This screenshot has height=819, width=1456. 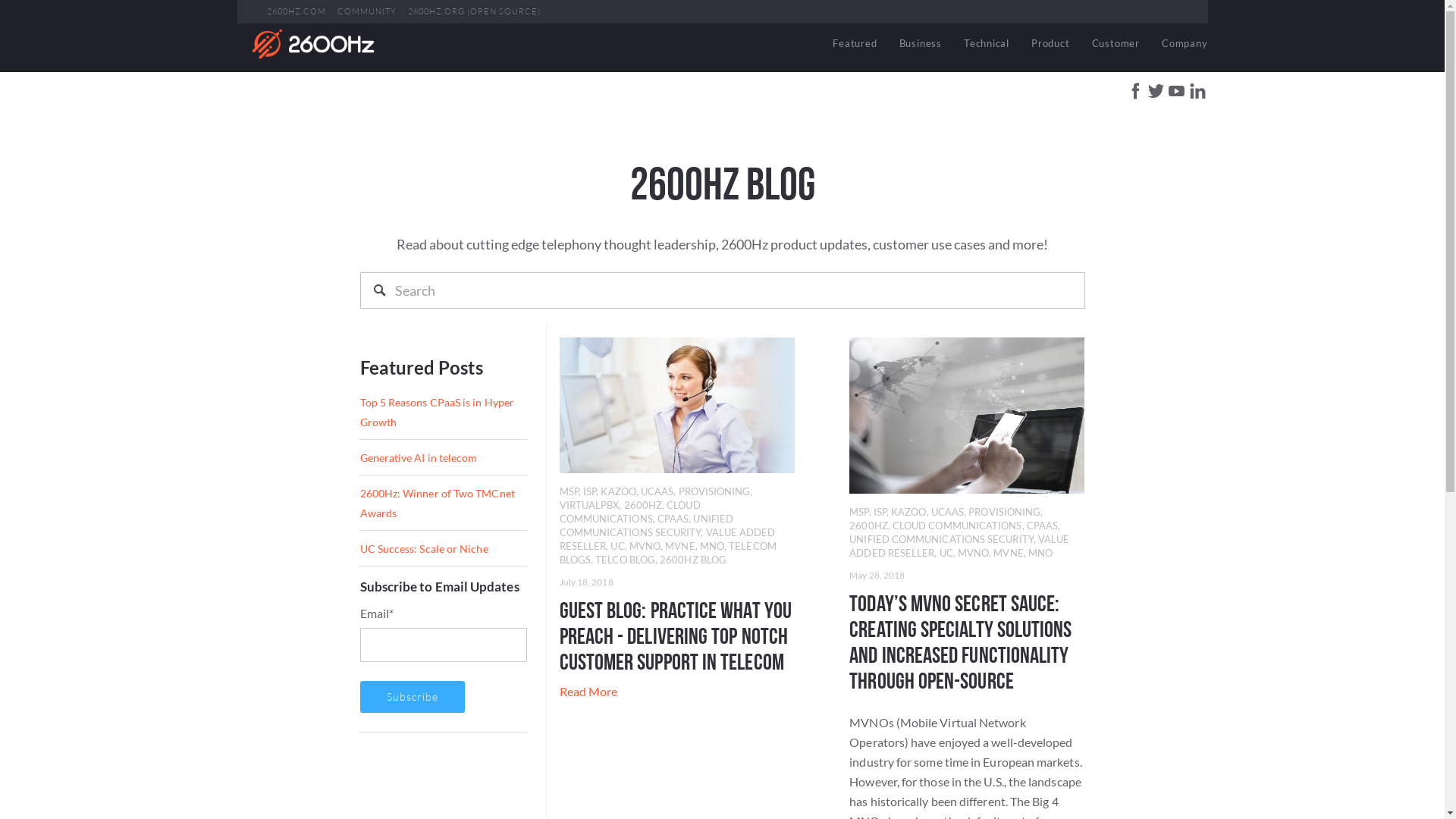 What do you see at coordinates (986, 43) in the screenshot?
I see `'Technical'` at bounding box center [986, 43].